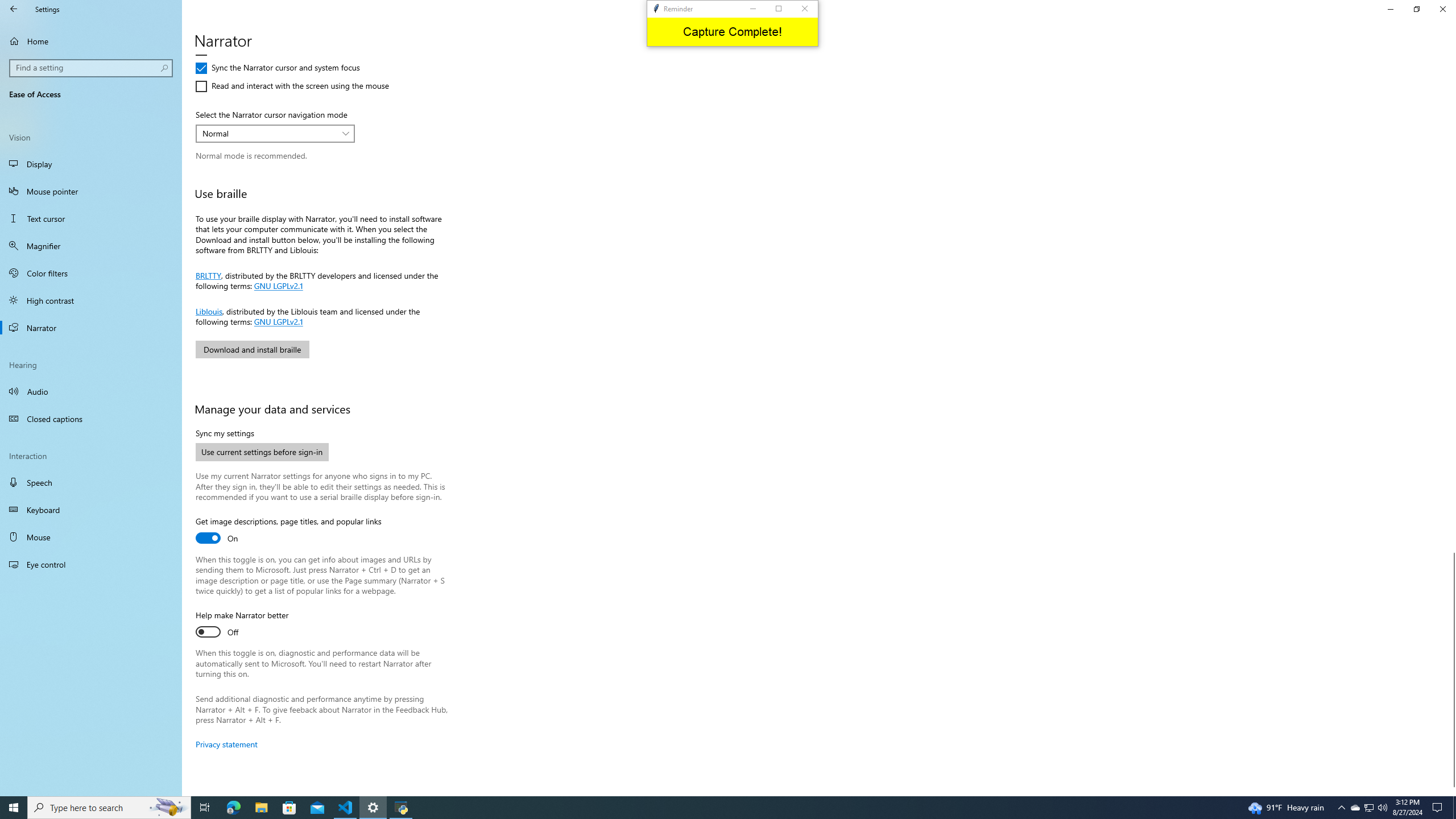 The height and width of the screenshot is (819, 1456). What do you see at coordinates (90, 217) in the screenshot?
I see `'Text cursor'` at bounding box center [90, 217].